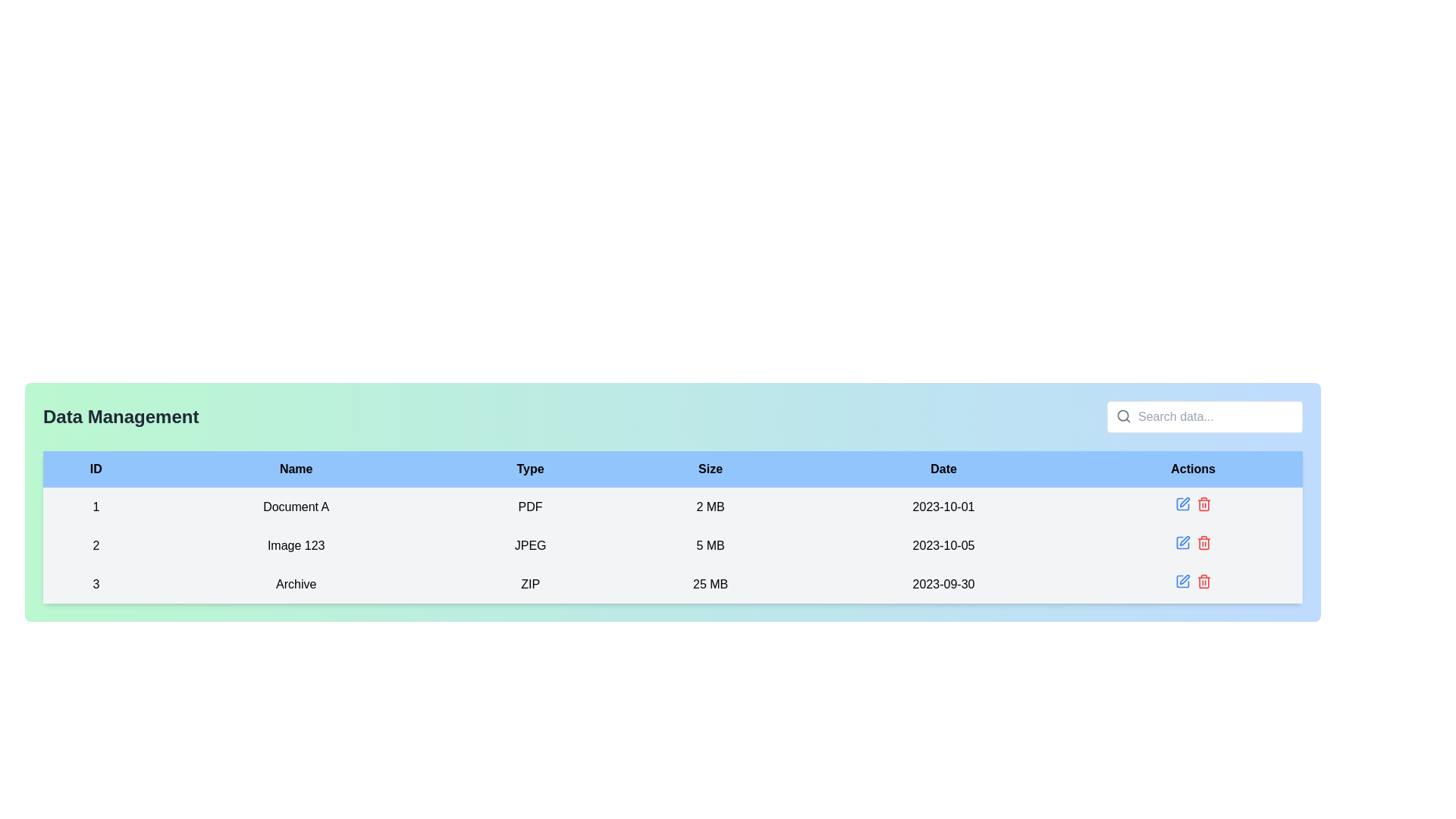 This screenshot has height=819, width=1456. I want to click on the non-interactive text label displaying 'Document A' located in the second column labeled 'Name' of the first row in the table, so click(296, 507).